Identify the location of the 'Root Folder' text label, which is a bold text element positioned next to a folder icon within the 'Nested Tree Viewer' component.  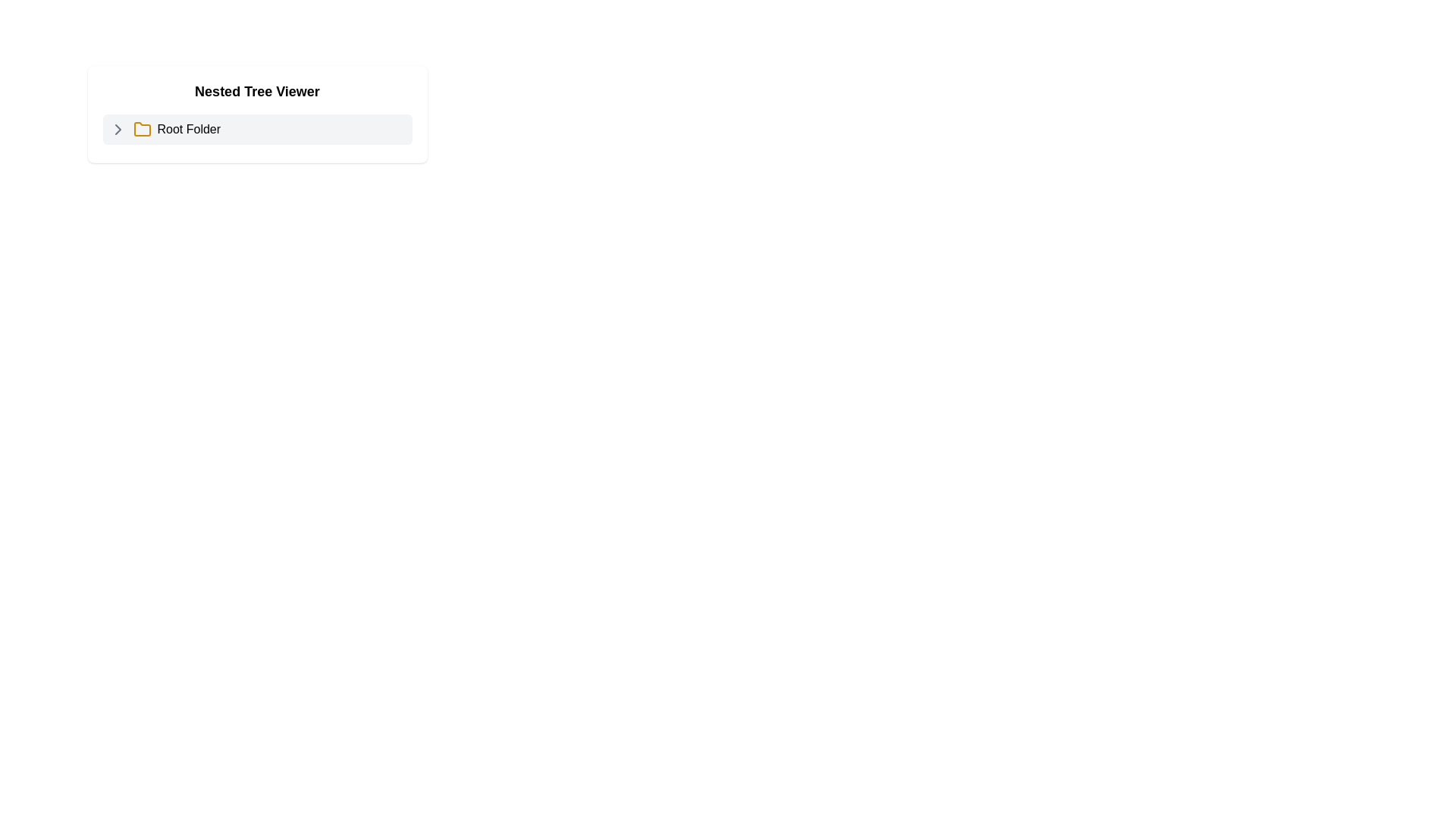
(188, 128).